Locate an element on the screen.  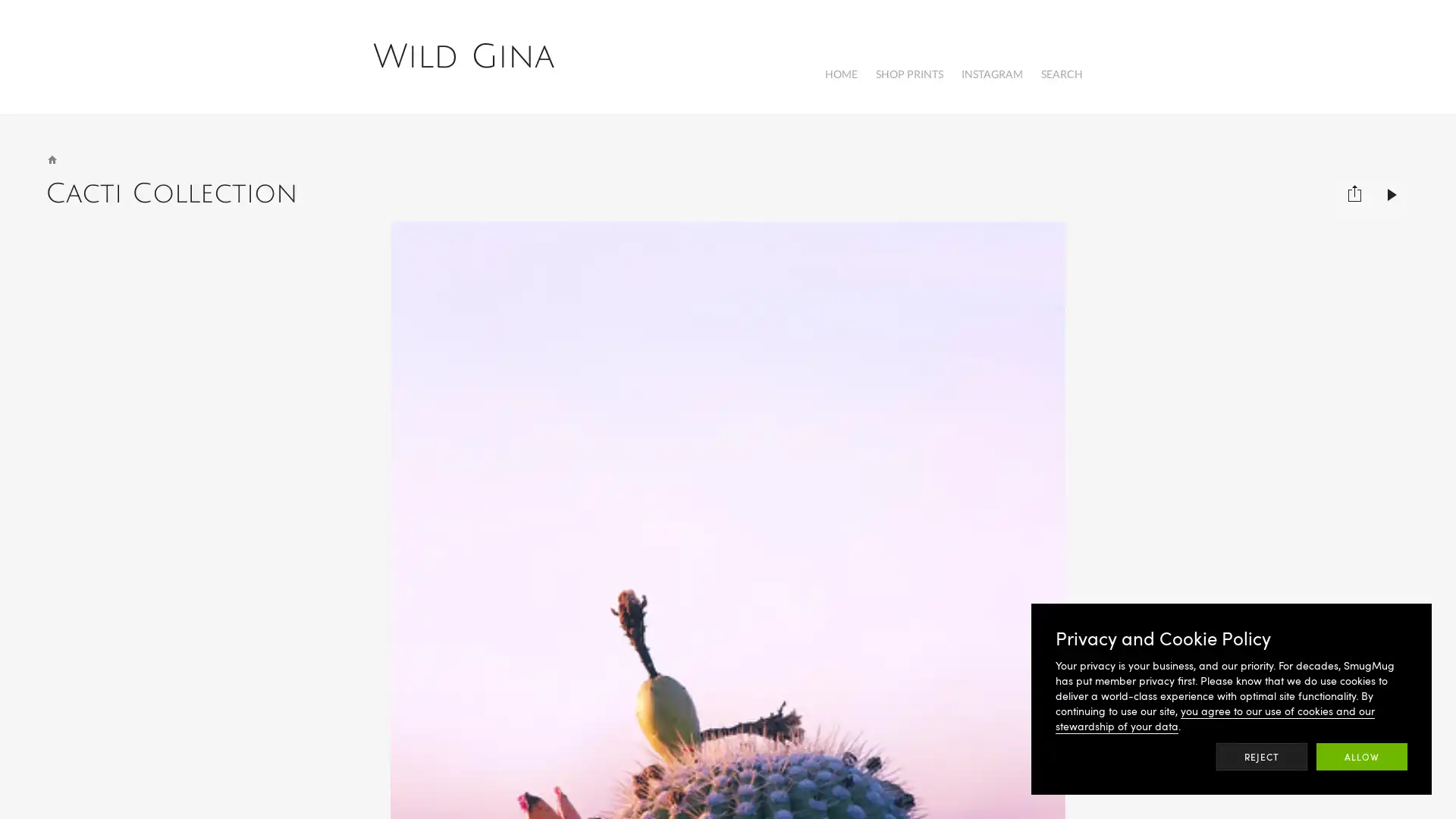
ALLOW is located at coordinates (1361, 757).